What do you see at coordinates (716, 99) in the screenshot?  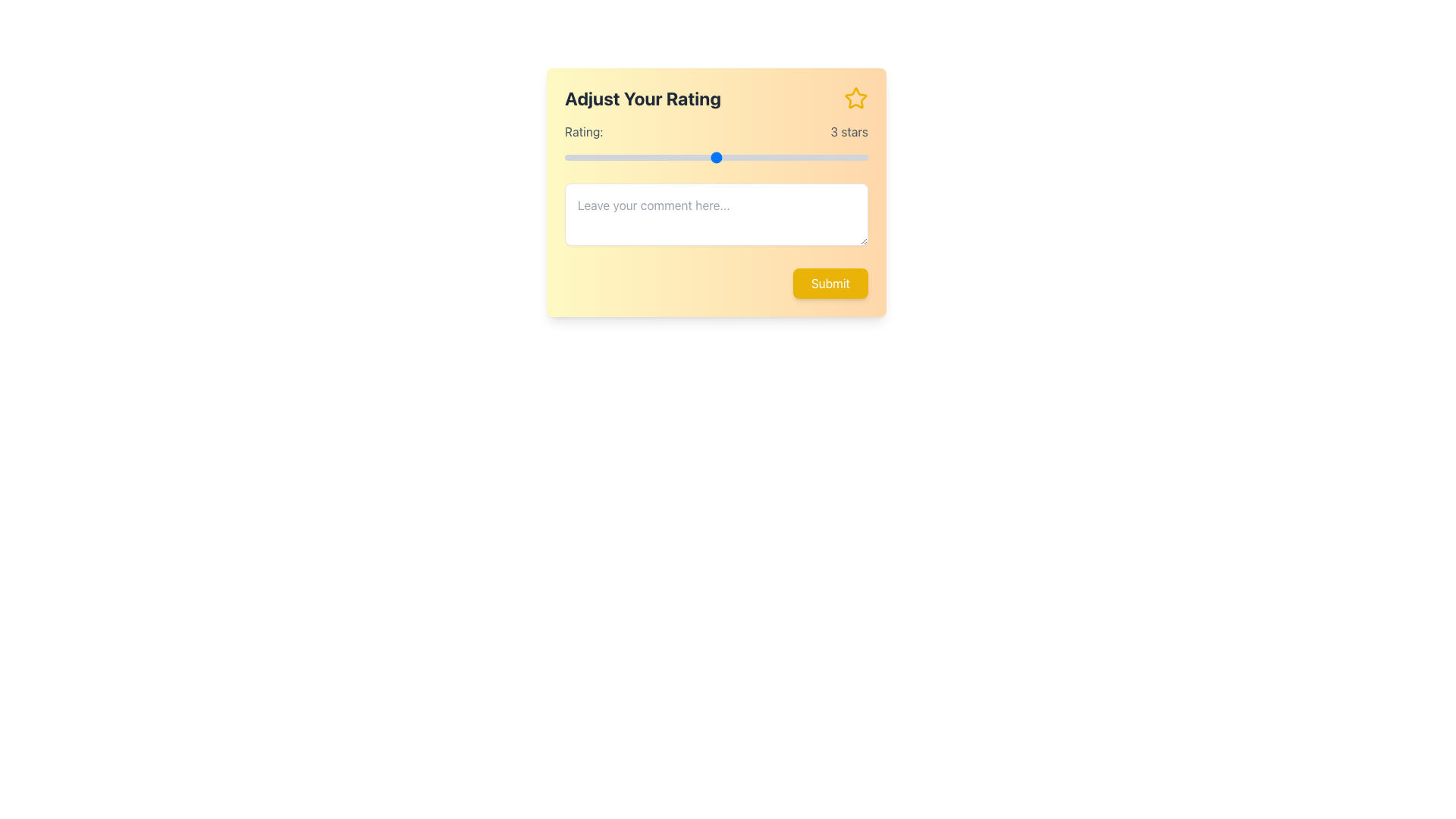 I see `the text 'Adjust Your Rating' in the static header at the top of the card` at bounding box center [716, 99].